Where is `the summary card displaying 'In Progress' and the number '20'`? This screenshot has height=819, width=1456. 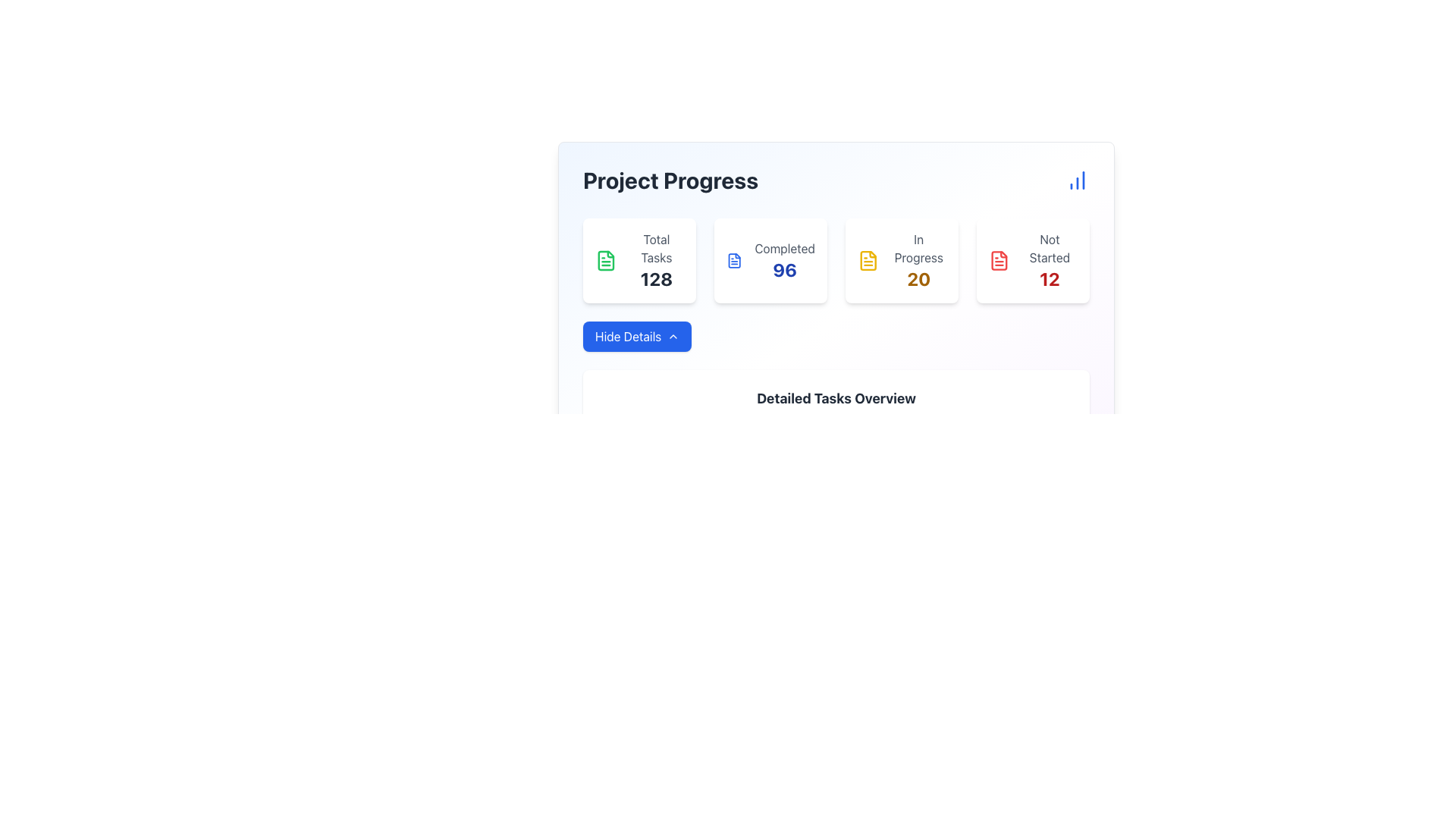
the summary card displaying 'In Progress' and the number '20' is located at coordinates (918, 259).